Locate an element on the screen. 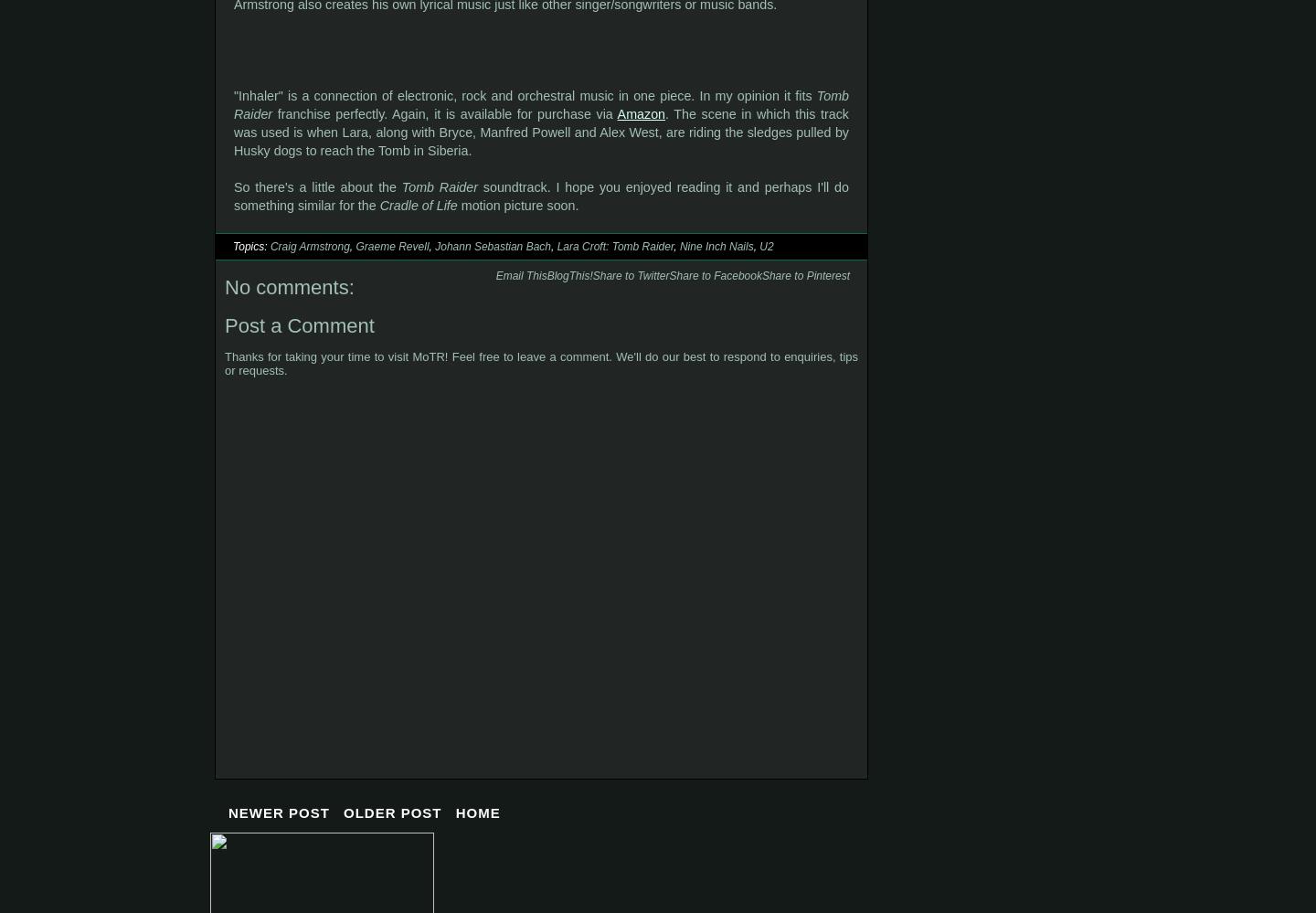 The width and height of the screenshot is (1316, 913). 'Johann Sebastian Bach' is located at coordinates (491, 247).